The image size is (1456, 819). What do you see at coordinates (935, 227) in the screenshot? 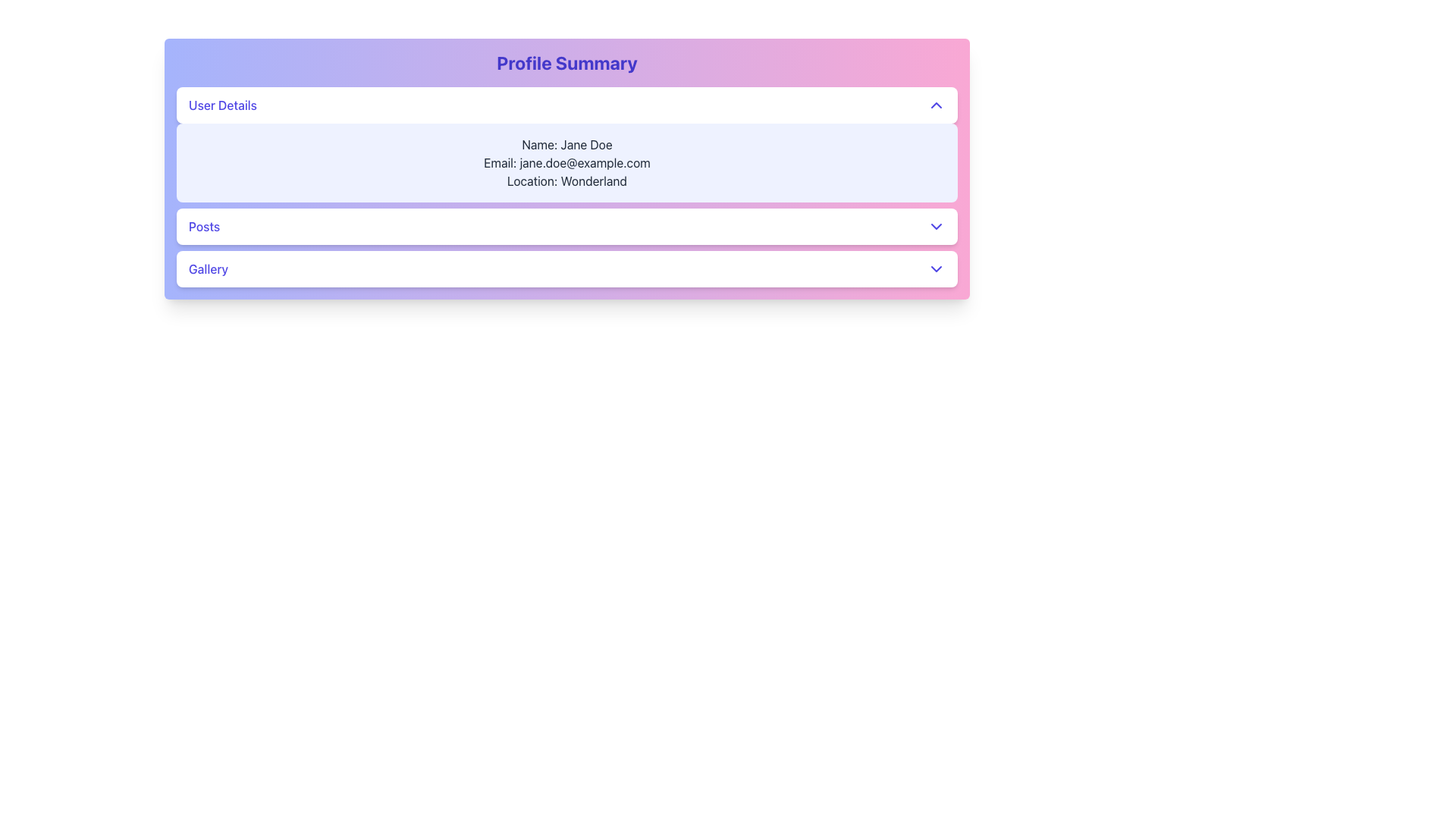
I see `the downward-pointing chevron icon, which is styled in blue and located on the far right of the 'Posts' button` at bounding box center [935, 227].